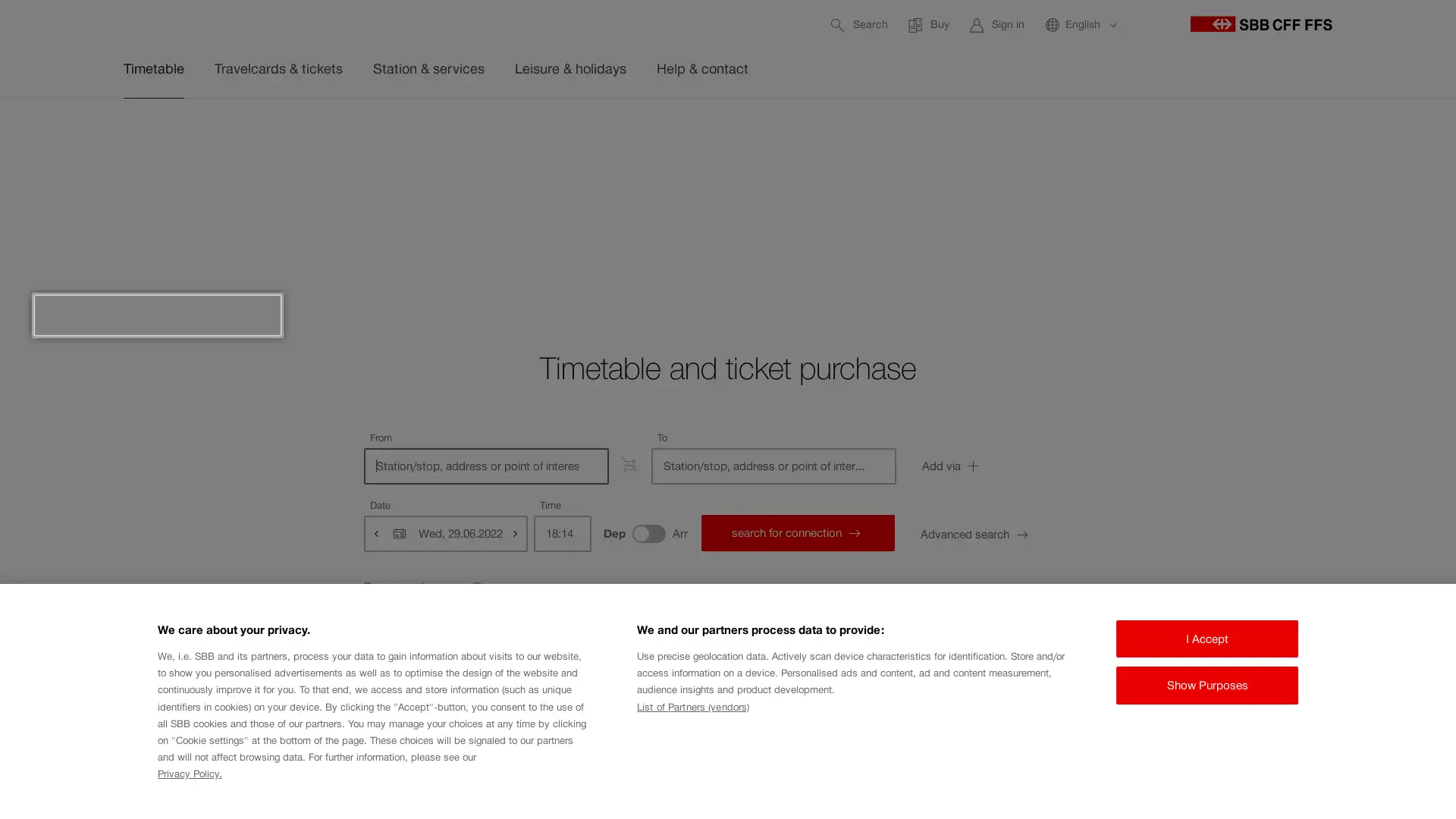 The height and width of the screenshot is (819, 1456). What do you see at coordinates (377, 532) in the screenshot?
I see `Switch to the previous day` at bounding box center [377, 532].